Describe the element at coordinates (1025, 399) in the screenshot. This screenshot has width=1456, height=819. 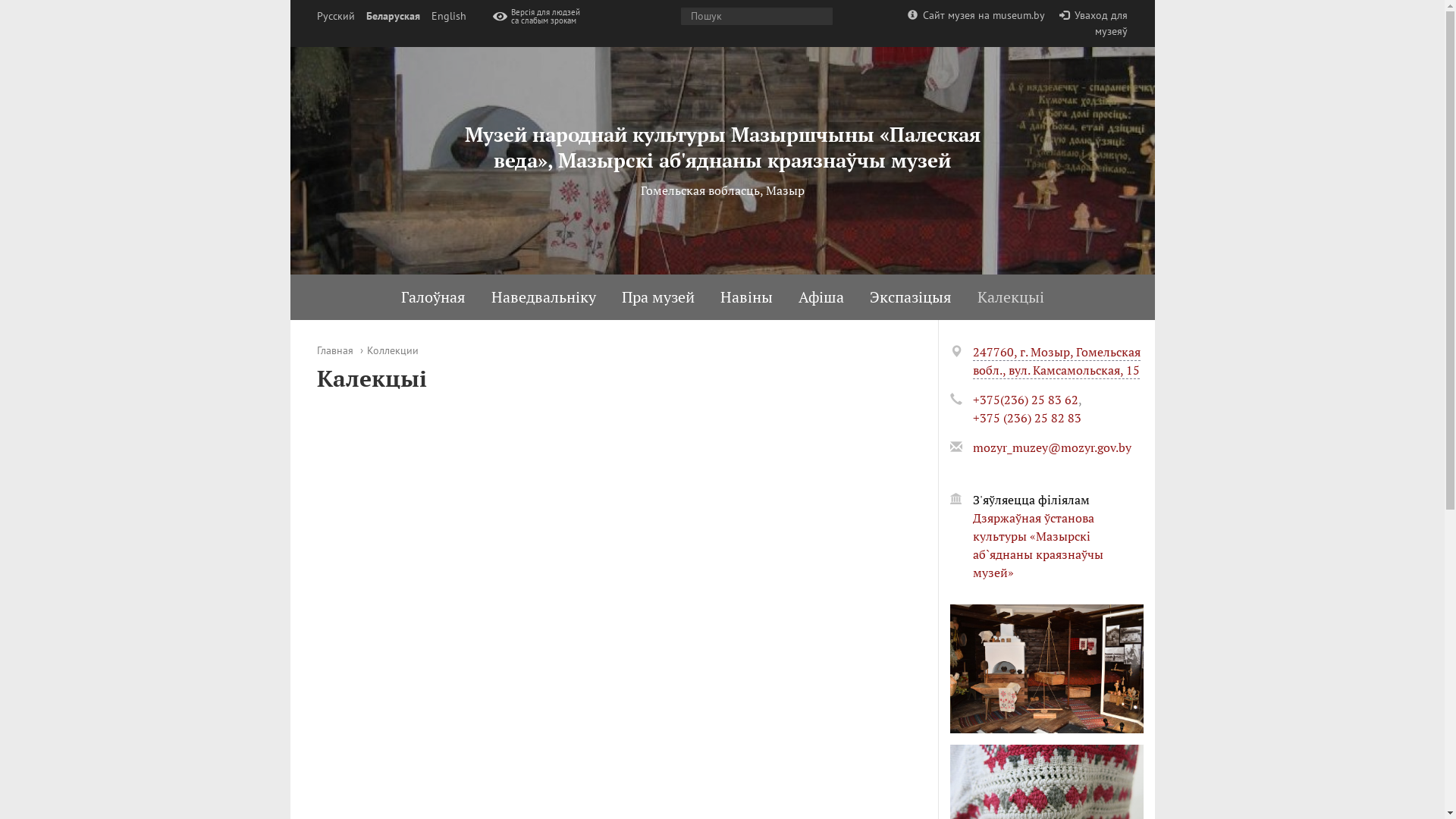
I see `'+375(236) 25 83 62'` at that location.